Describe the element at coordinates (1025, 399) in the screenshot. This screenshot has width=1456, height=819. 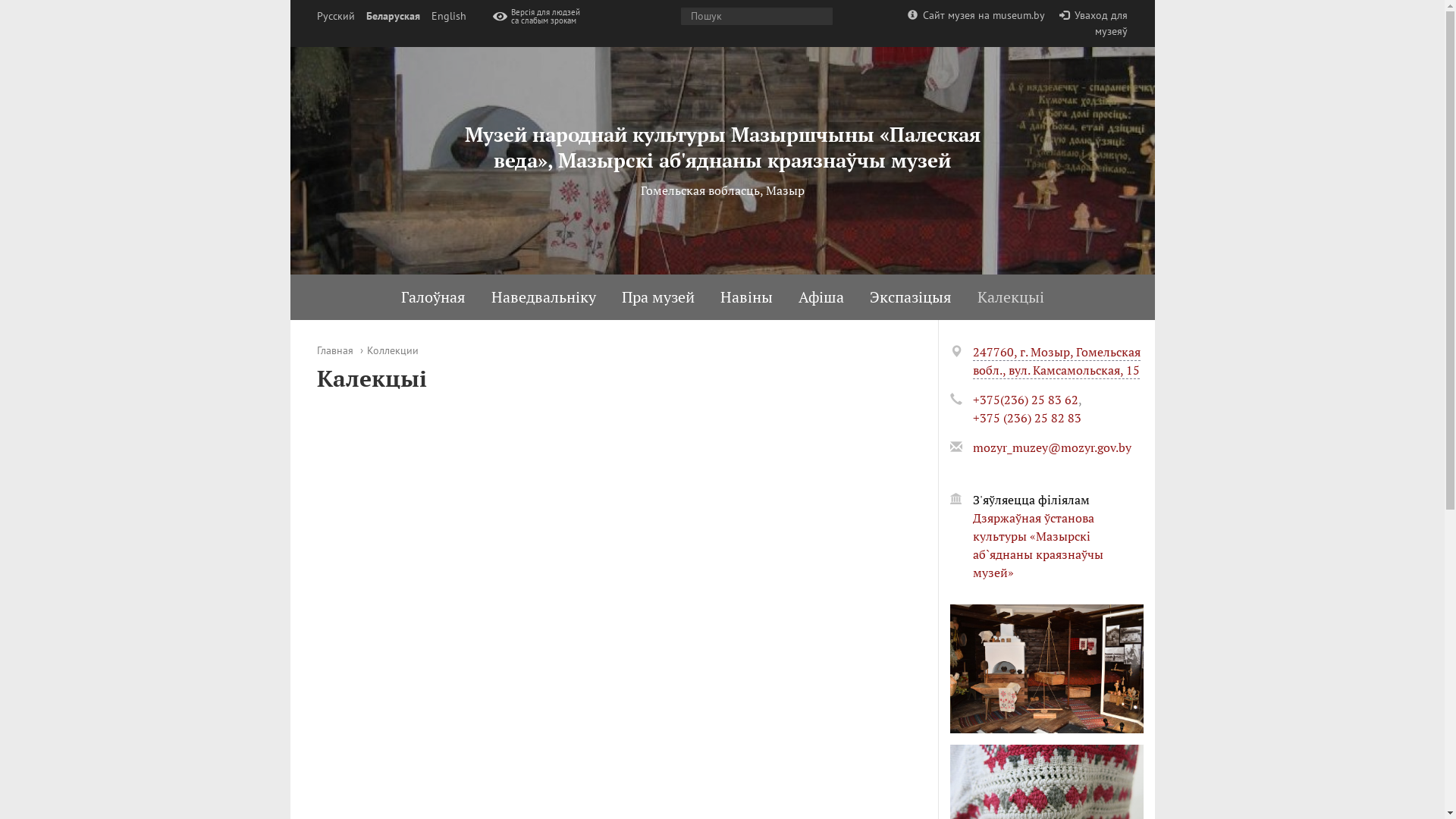
I see `'+375(236) 25 83 62'` at that location.